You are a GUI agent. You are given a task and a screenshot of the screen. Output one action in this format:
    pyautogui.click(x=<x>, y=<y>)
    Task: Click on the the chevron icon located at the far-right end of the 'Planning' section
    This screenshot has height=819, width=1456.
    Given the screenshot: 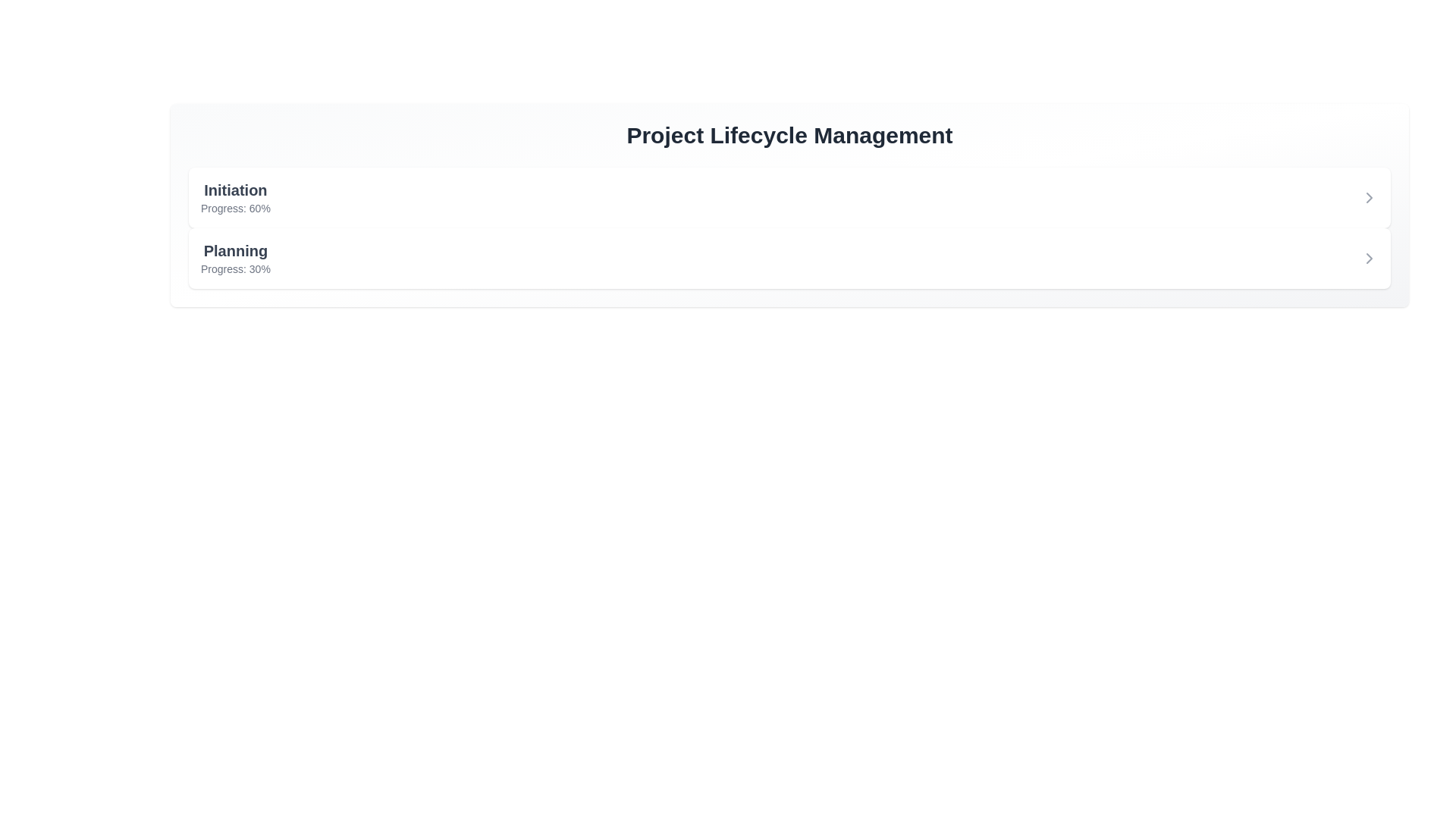 What is the action you would take?
    pyautogui.click(x=1369, y=257)
    